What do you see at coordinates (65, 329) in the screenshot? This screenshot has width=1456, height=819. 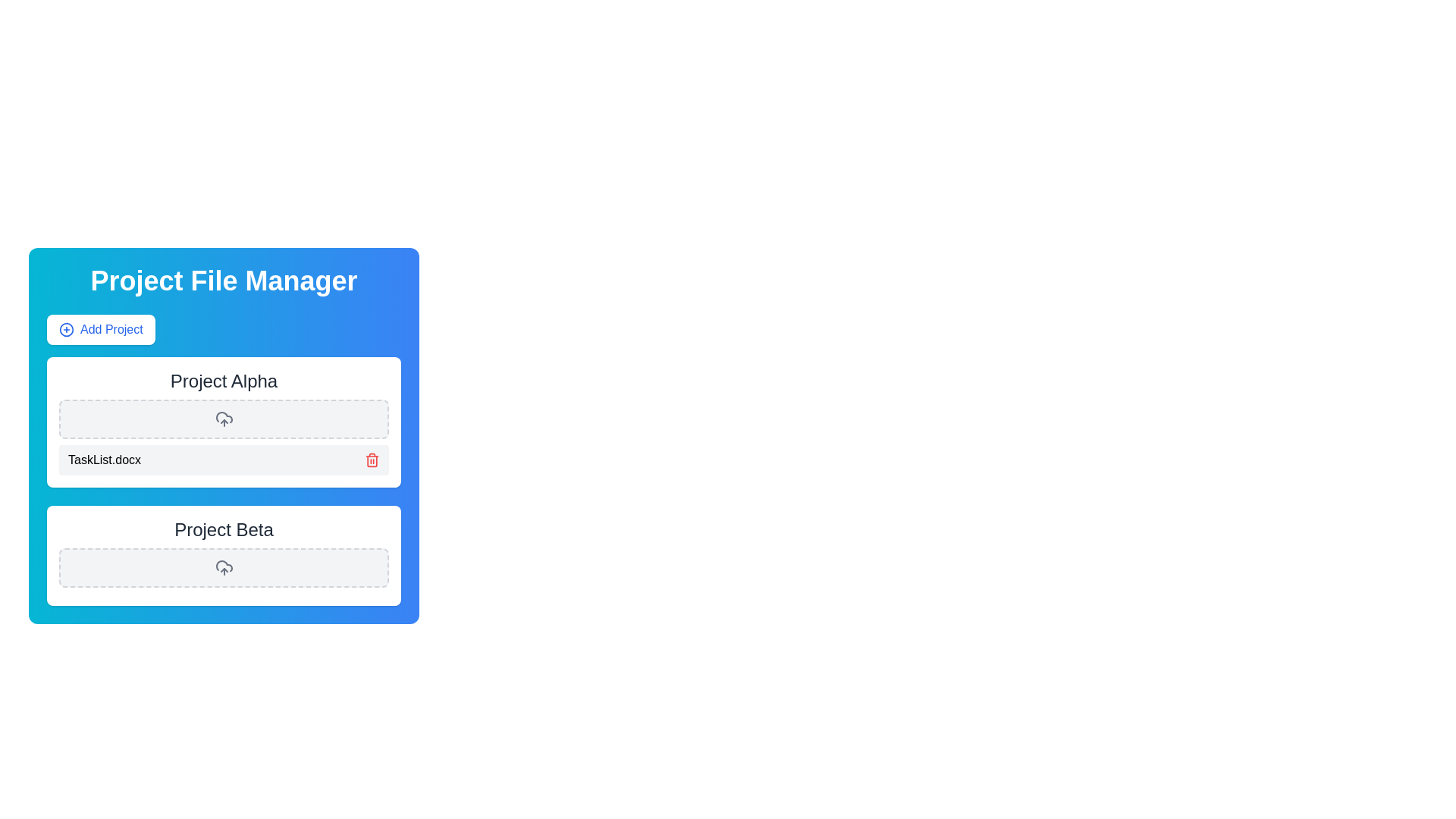 I see `the circular icon located to the left of the 'Add Project' button, which features a thin outline and an inner cross symbol` at bounding box center [65, 329].